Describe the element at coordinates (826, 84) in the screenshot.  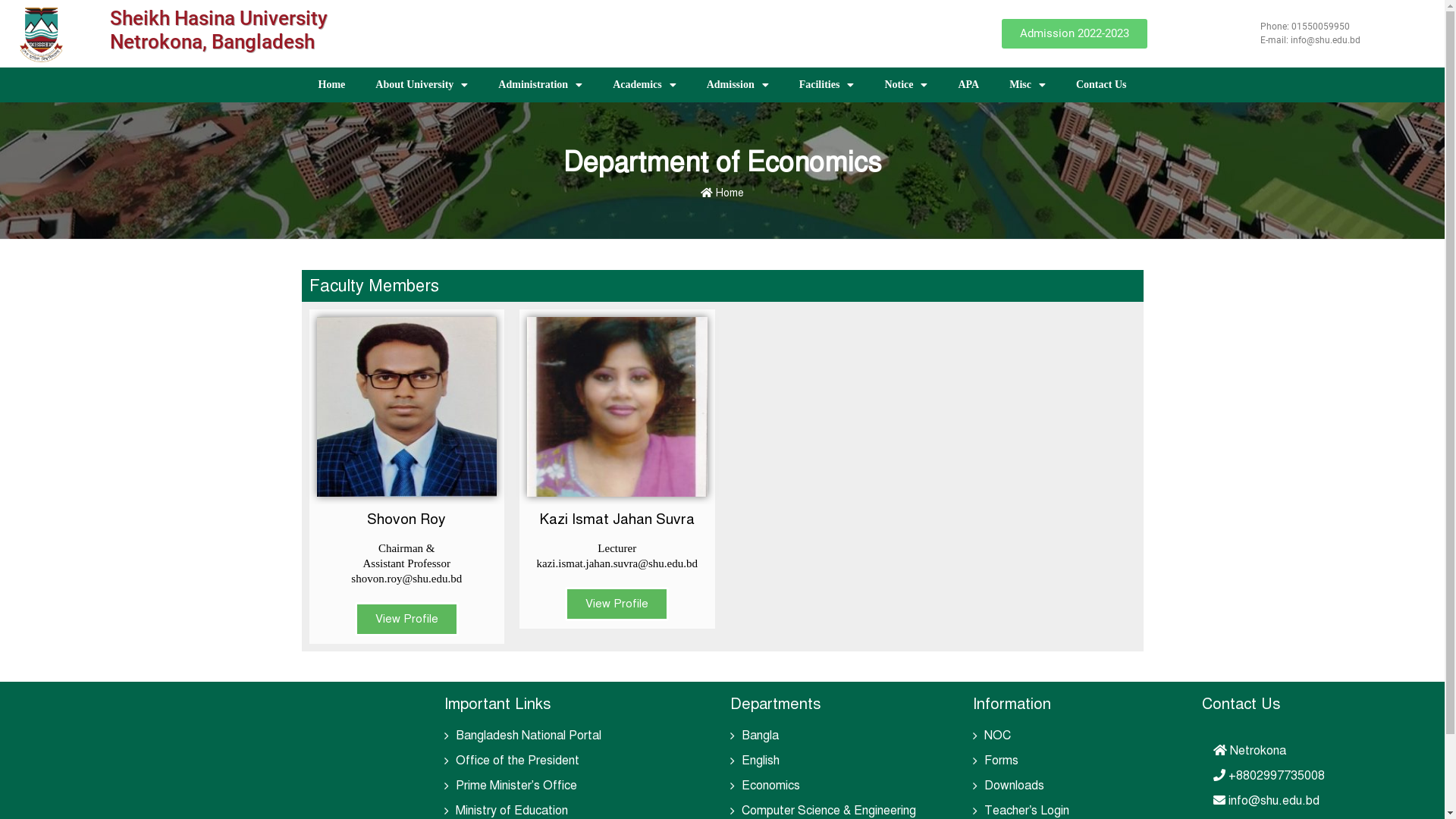
I see `'Facilities'` at that location.